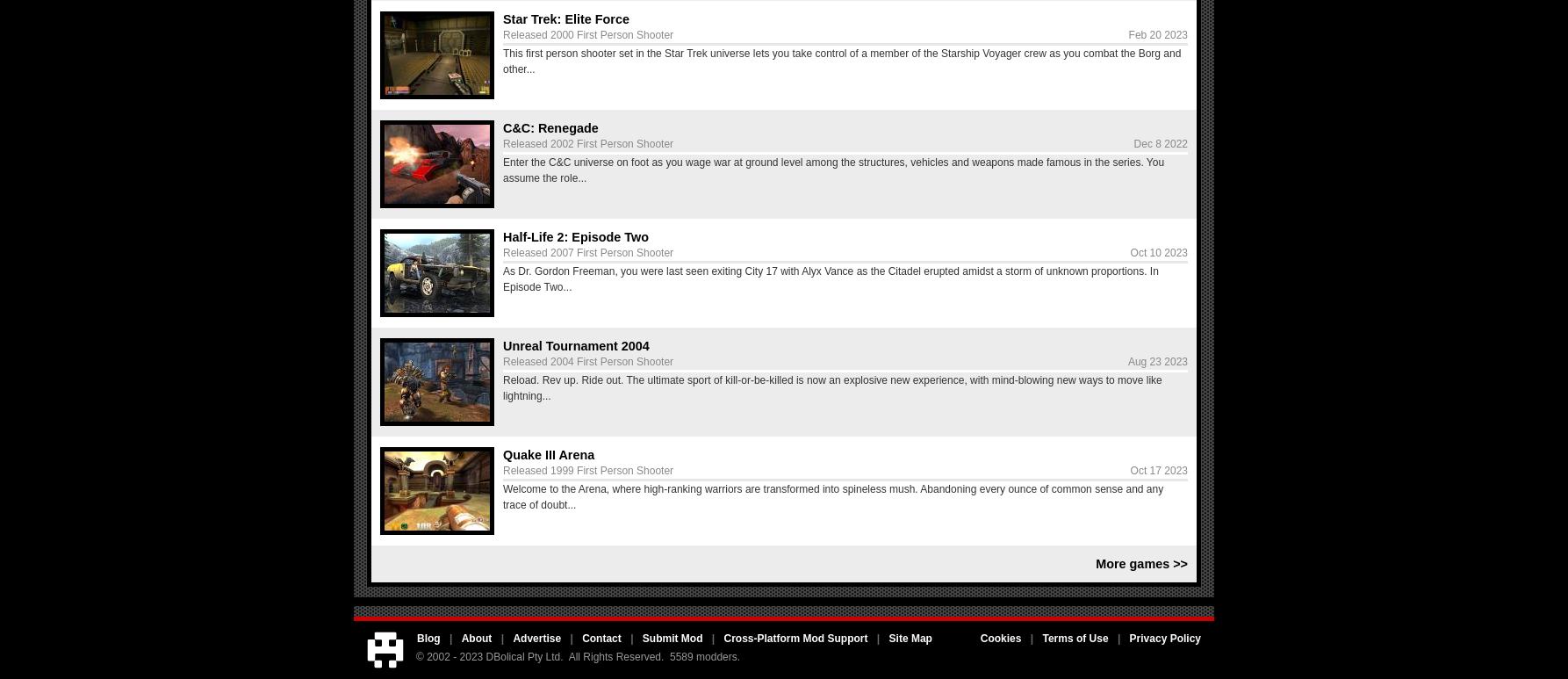 Image resolution: width=1568 pixels, height=679 pixels. Describe the element at coordinates (1159, 253) in the screenshot. I see `'Oct 10 2023'` at that location.